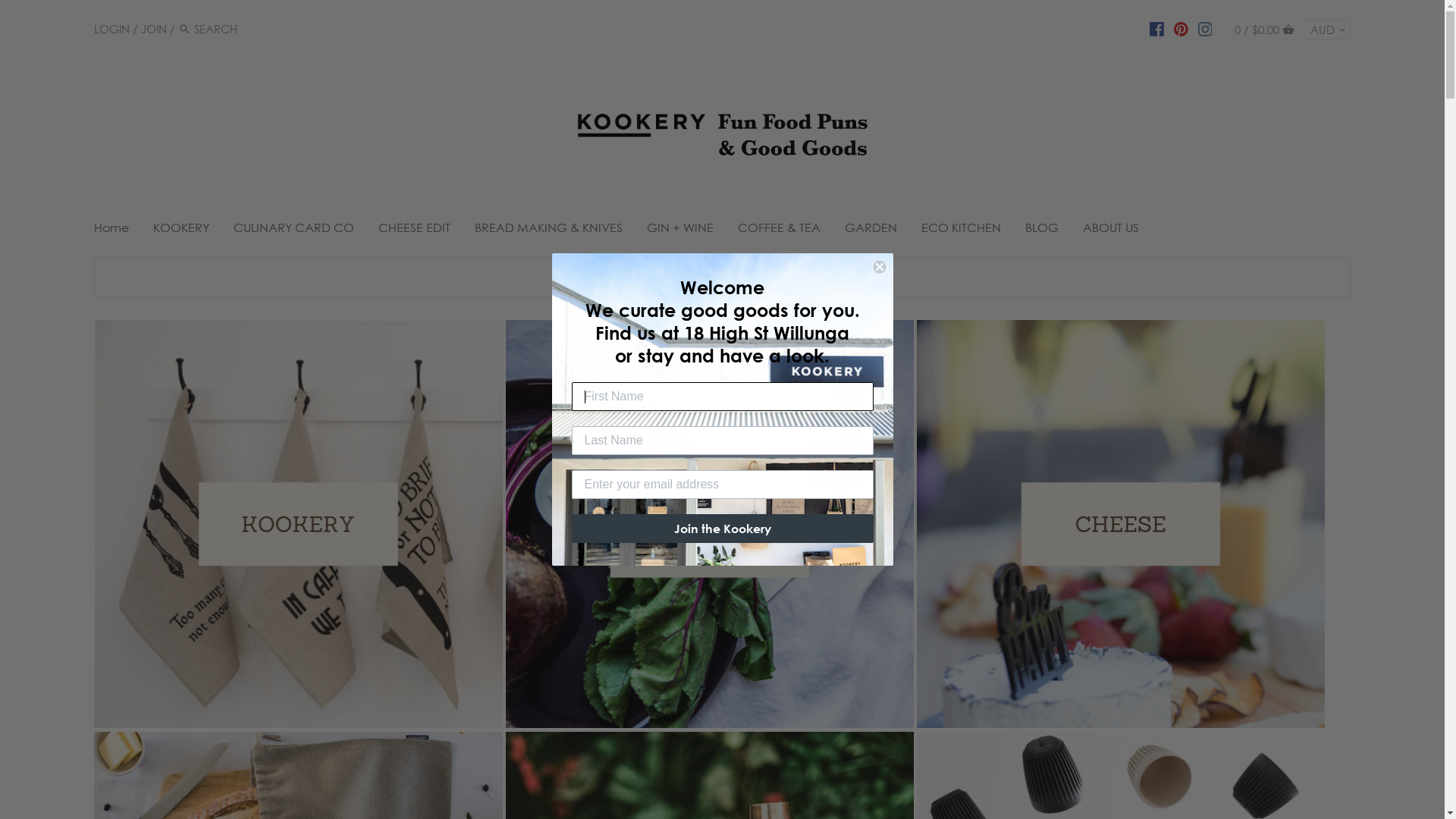  I want to click on 'PINTEREST', so click(1180, 28).